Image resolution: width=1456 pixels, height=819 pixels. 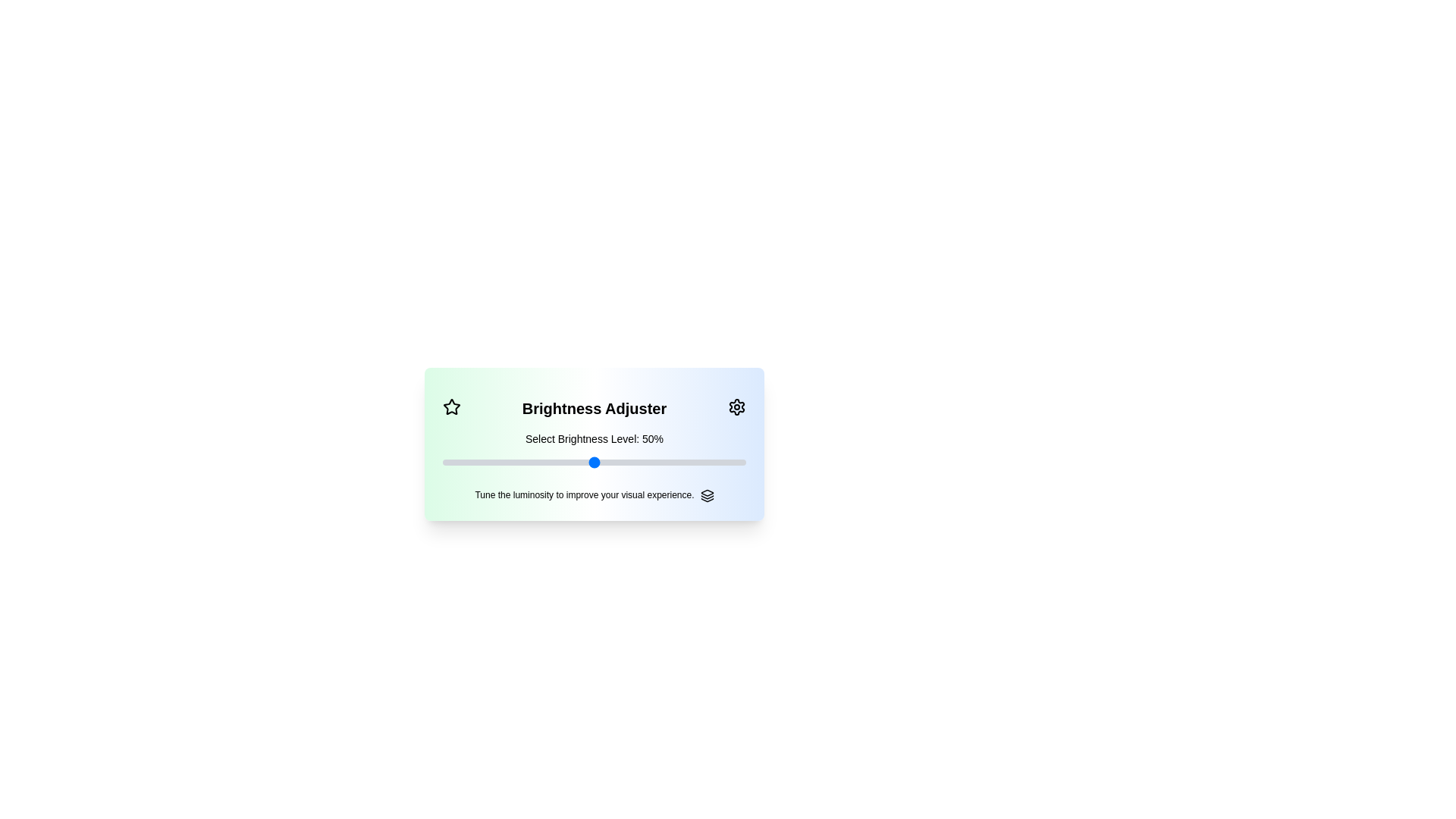 What do you see at coordinates (442, 461) in the screenshot?
I see `the slider to set brightness to 76%` at bounding box center [442, 461].